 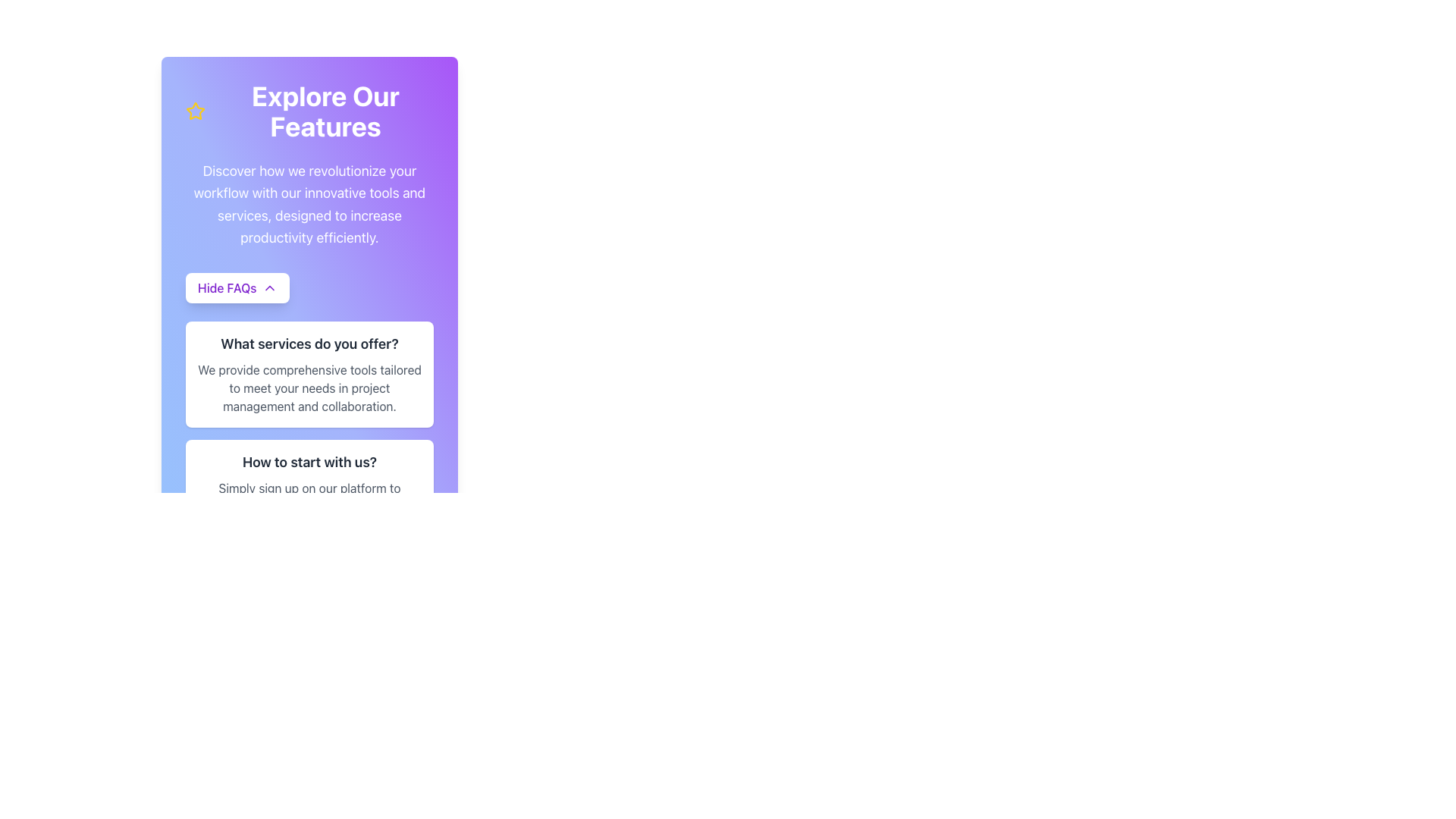 I want to click on the upward-facing chevron icon located on the right side of the 'Hide FAQs' button, so click(x=270, y=288).